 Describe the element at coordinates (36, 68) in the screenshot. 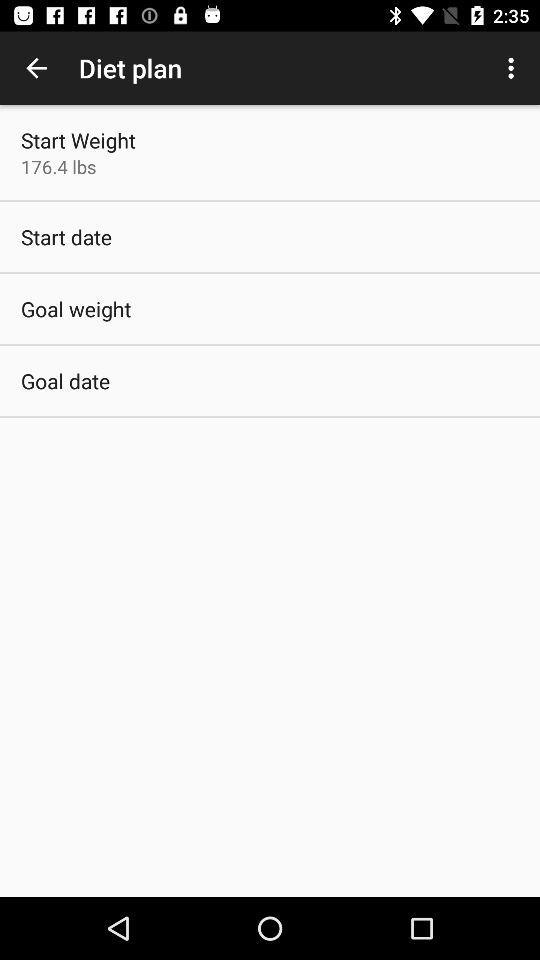

I see `item above the start weight icon` at that location.